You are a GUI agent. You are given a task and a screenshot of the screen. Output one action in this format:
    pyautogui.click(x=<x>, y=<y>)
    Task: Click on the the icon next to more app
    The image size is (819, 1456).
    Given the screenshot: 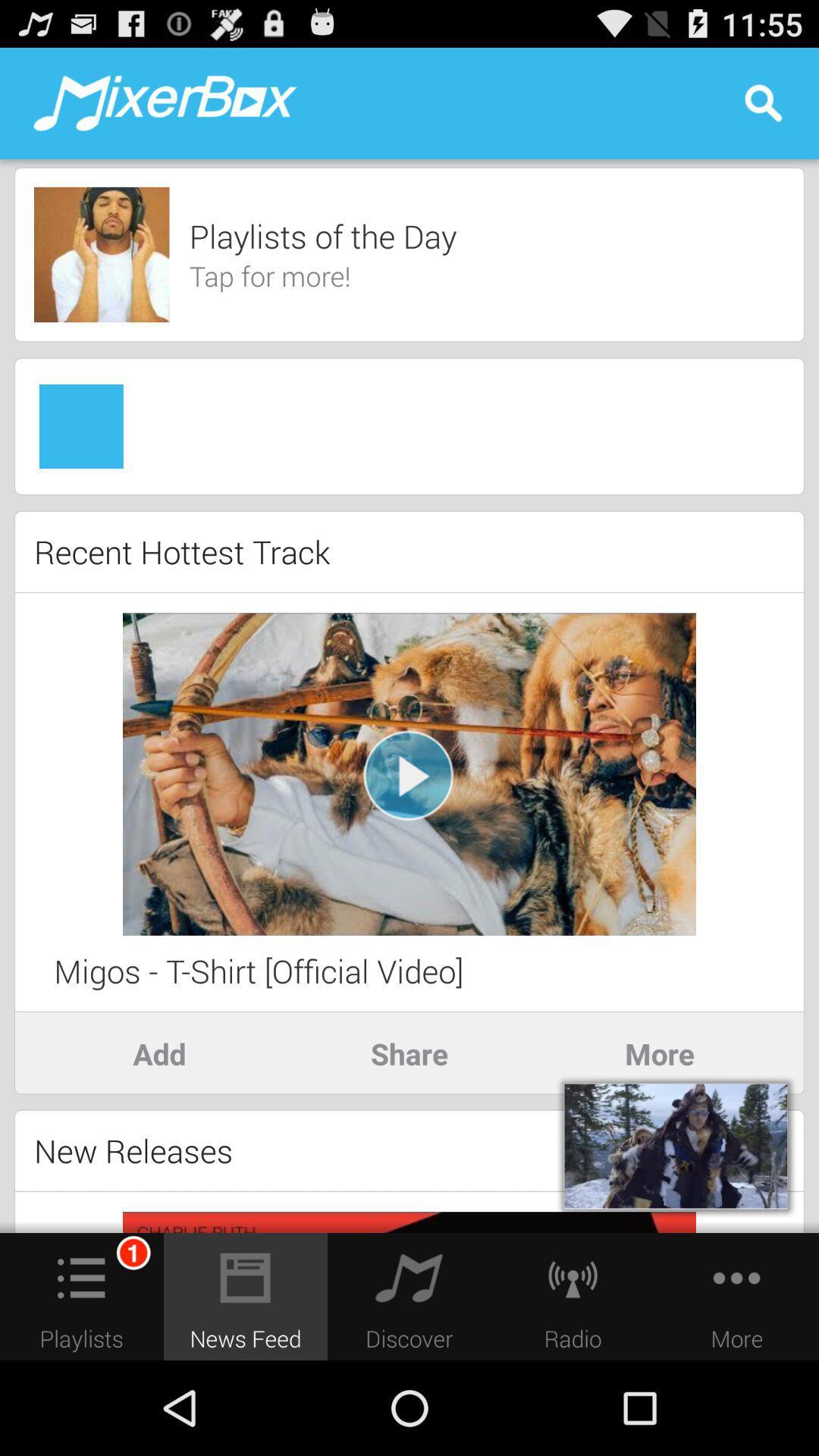 What is the action you would take?
    pyautogui.click(x=409, y=1053)
    